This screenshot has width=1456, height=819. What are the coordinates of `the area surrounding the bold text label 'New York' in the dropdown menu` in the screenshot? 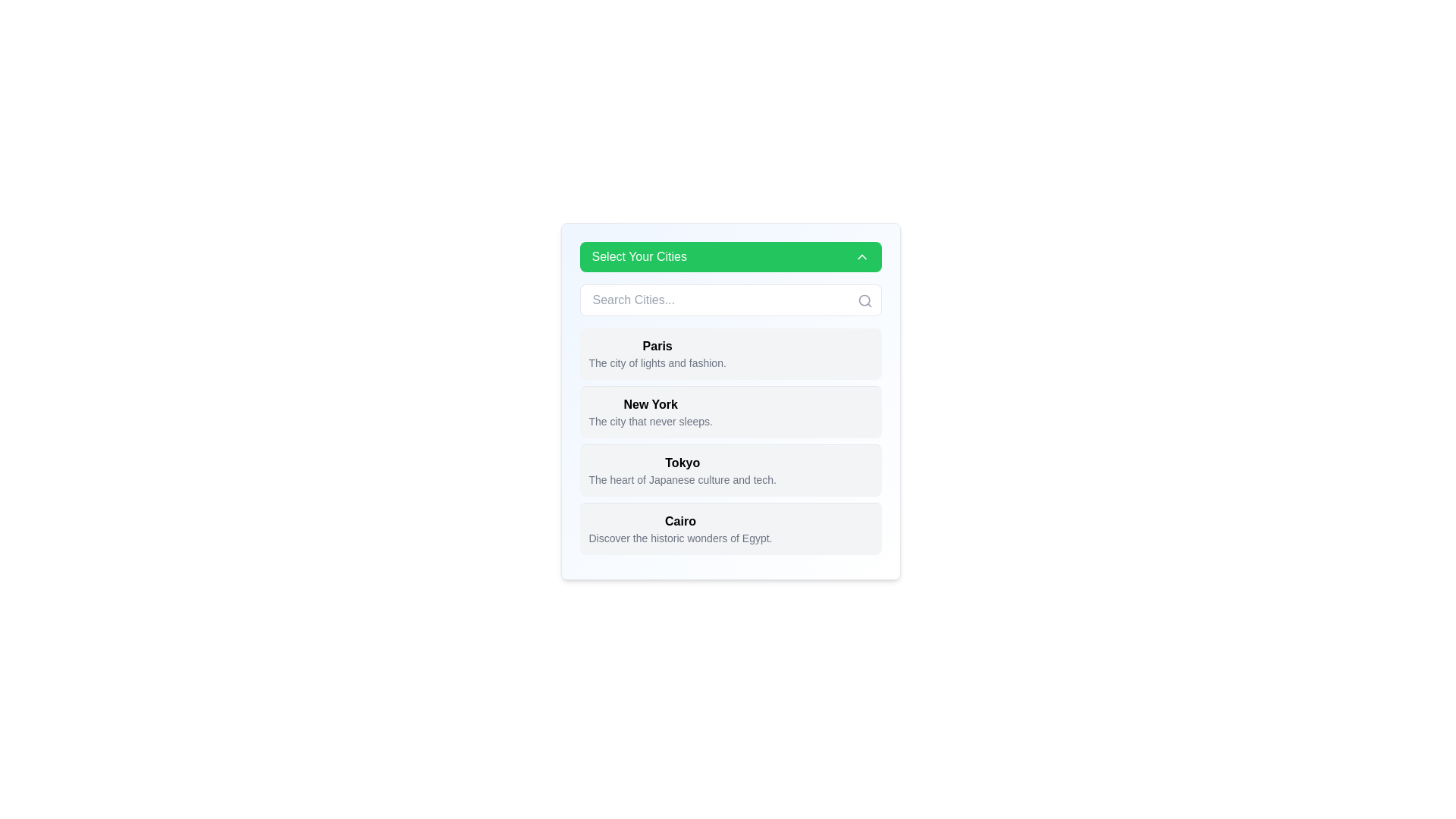 It's located at (651, 403).